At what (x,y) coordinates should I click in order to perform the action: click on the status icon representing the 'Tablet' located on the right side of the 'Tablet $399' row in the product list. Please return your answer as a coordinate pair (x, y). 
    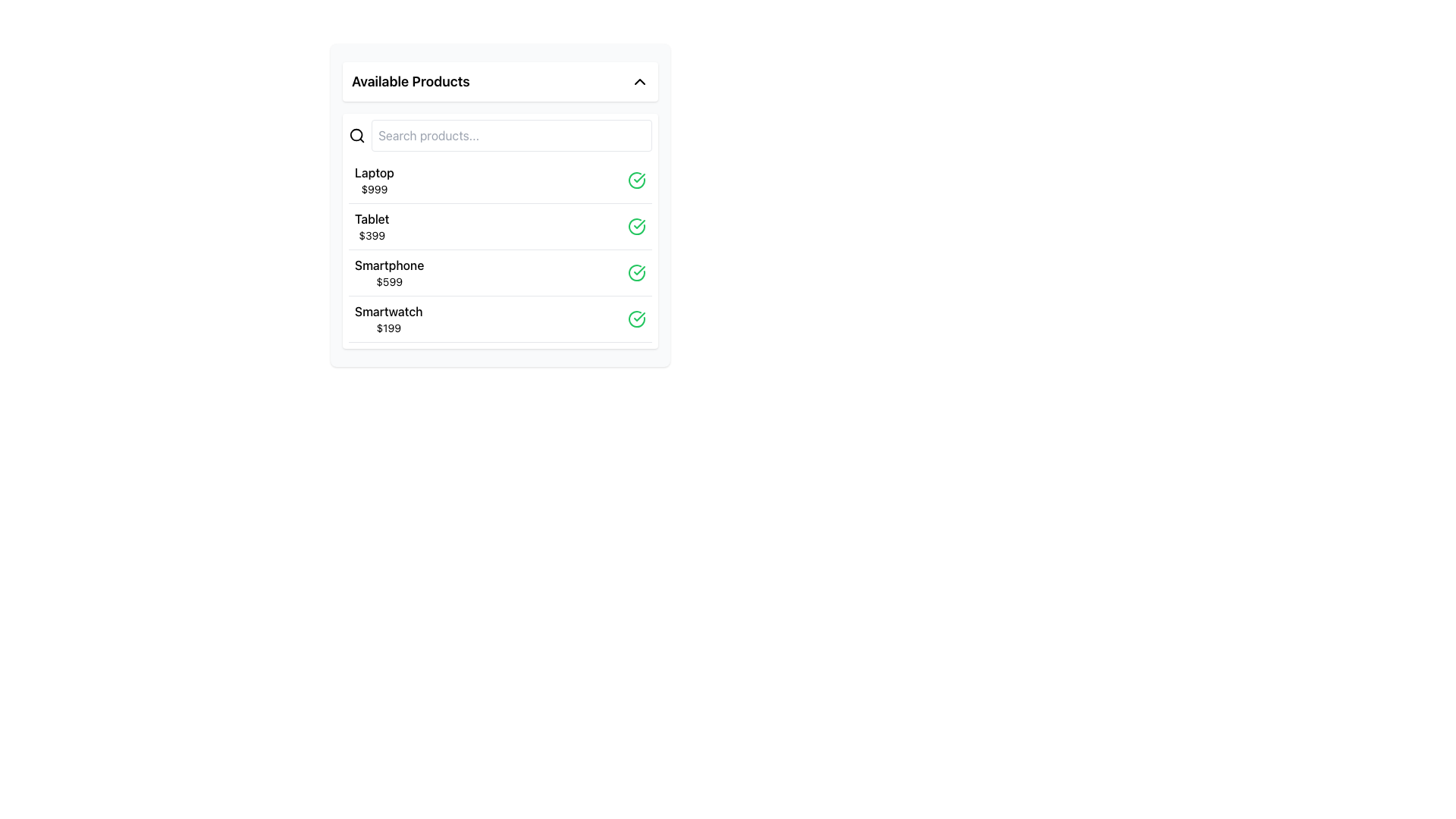
    Looking at the image, I should click on (637, 227).